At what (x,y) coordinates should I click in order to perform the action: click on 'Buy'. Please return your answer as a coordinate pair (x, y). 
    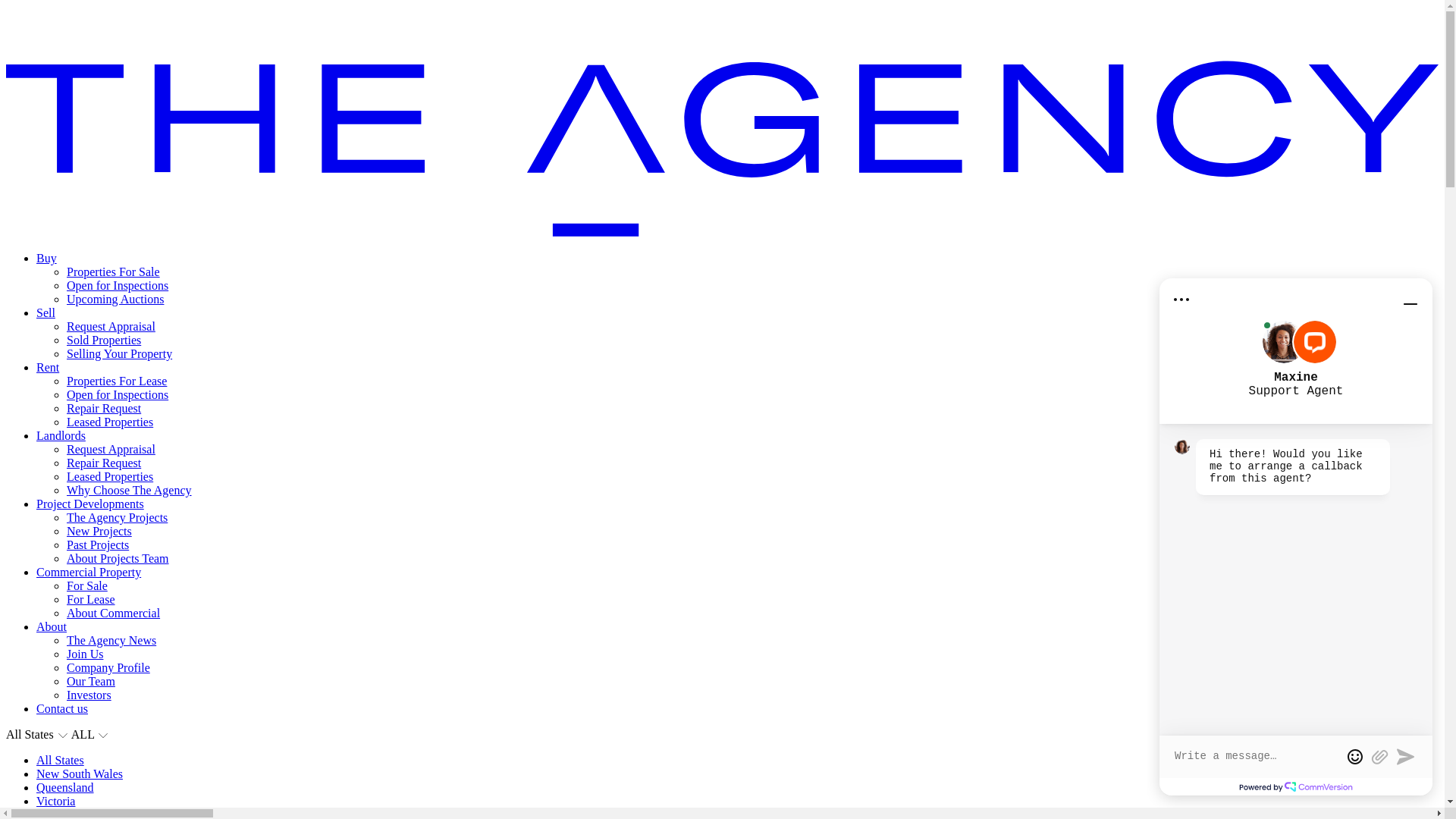
    Looking at the image, I should click on (46, 257).